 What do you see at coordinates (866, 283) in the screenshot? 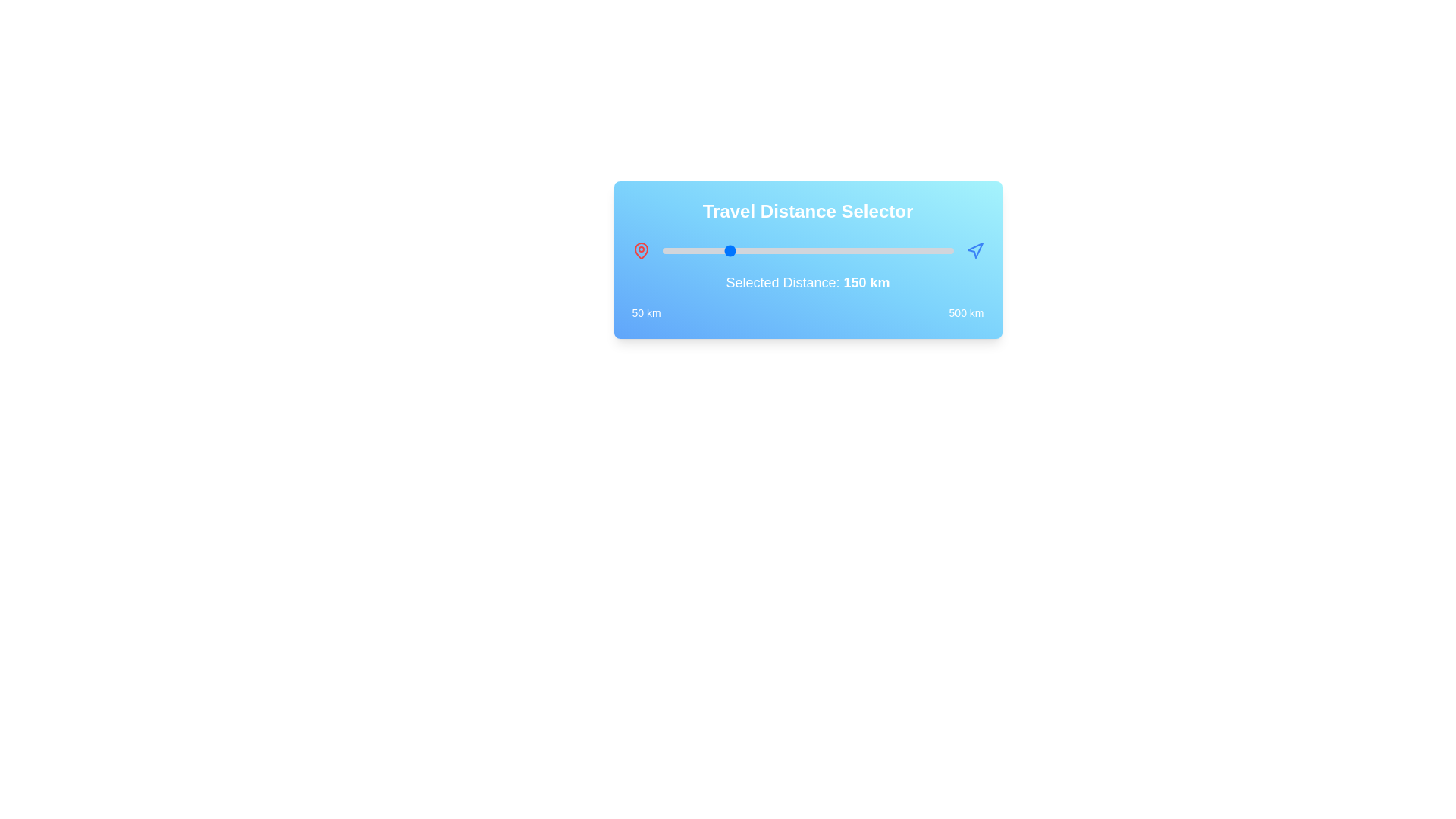
I see `the text displaying the selected distance by clicking on it` at bounding box center [866, 283].